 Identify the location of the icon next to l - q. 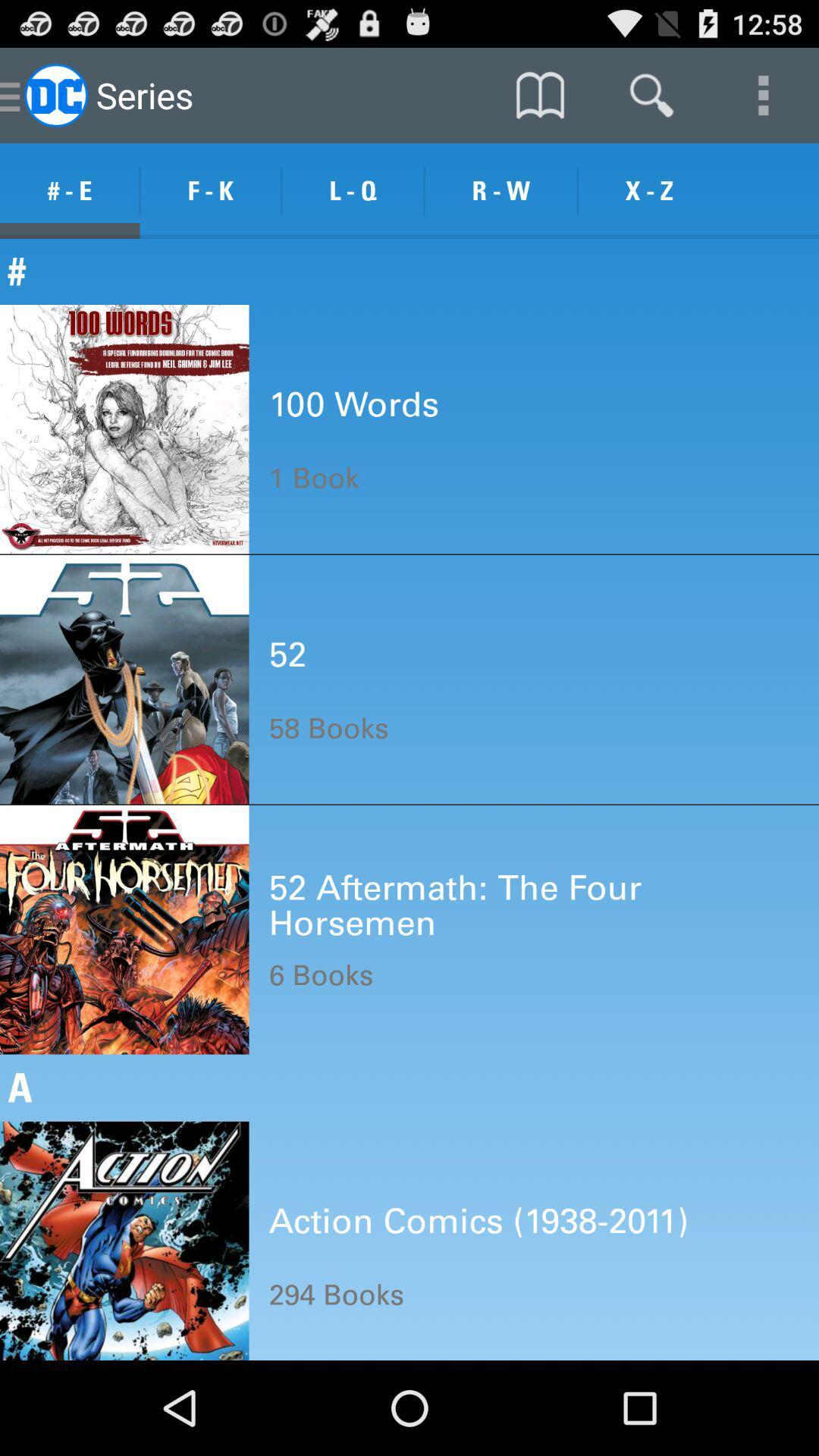
(500, 190).